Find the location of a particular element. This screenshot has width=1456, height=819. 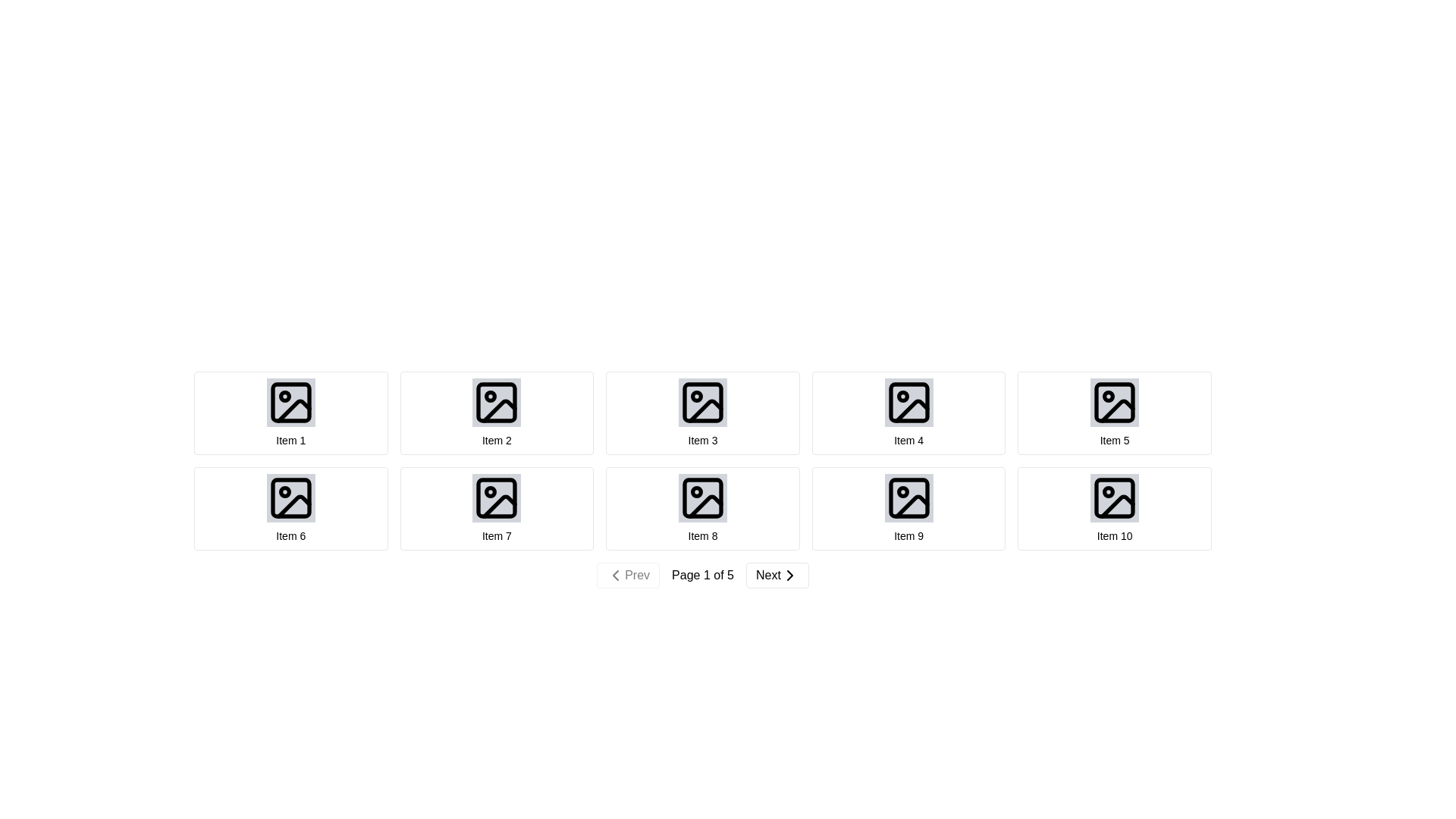

the Text Label displaying 'Item 3' located beneath the placeholder image in the top row, third column of the grid layout is located at coordinates (701, 441).